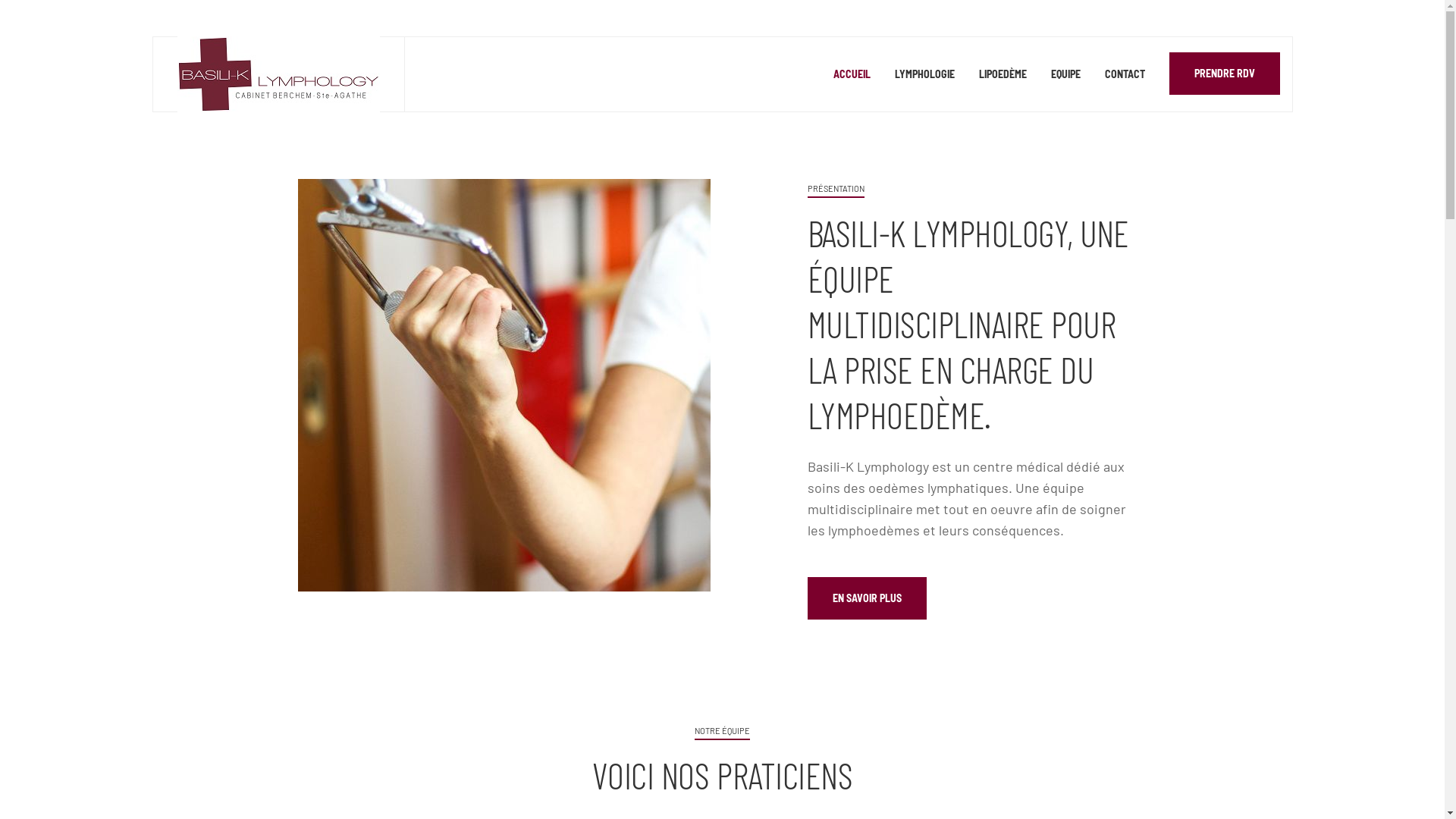  What do you see at coordinates (924, 74) in the screenshot?
I see `'LYMPHOLOGIE'` at bounding box center [924, 74].